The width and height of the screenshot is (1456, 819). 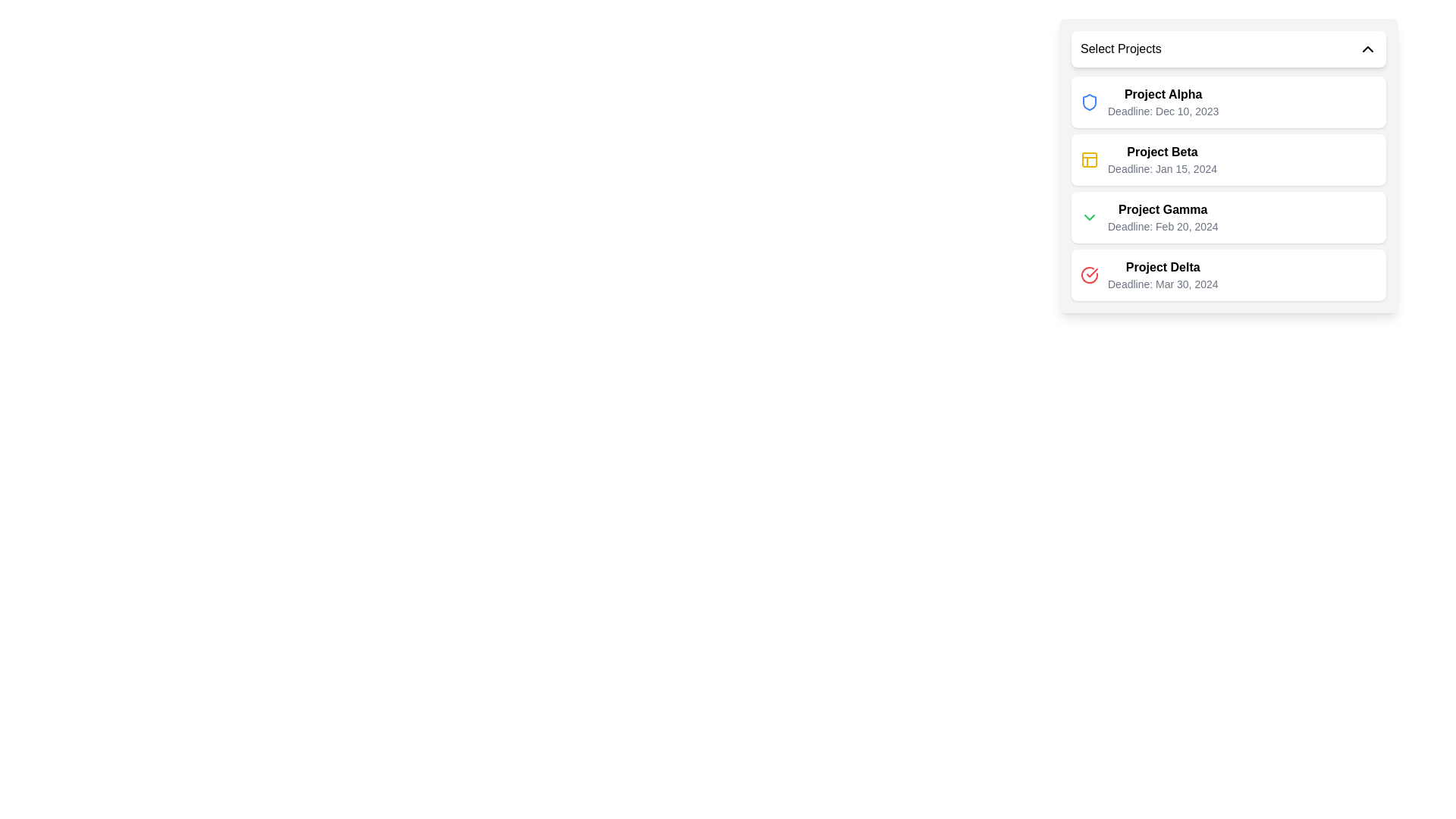 What do you see at coordinates (1162, 267) in the screenshot?
I see `the text label that identifies the project named 'Project Delta', which is the first part of the fourth entry in the dropdown menu labeled 'Select Projects'` at bounding box center [1162, 267].